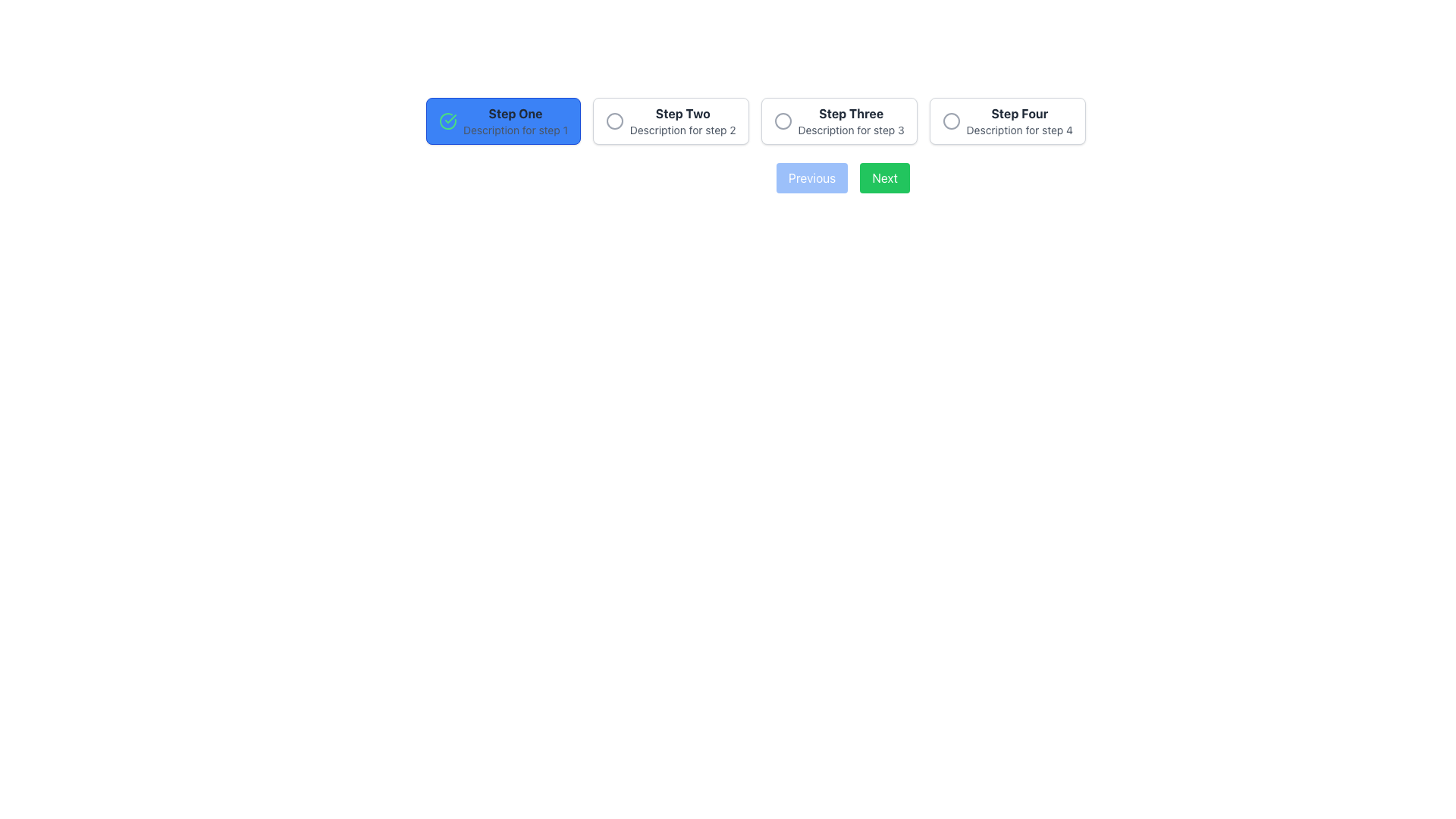  Describe the element at coordinates (950, 120) in the screenshot. I see `the decorative graphical icon associated with the 'Step Four' indicator, which is located at the top-right portion of the interface` at that location.